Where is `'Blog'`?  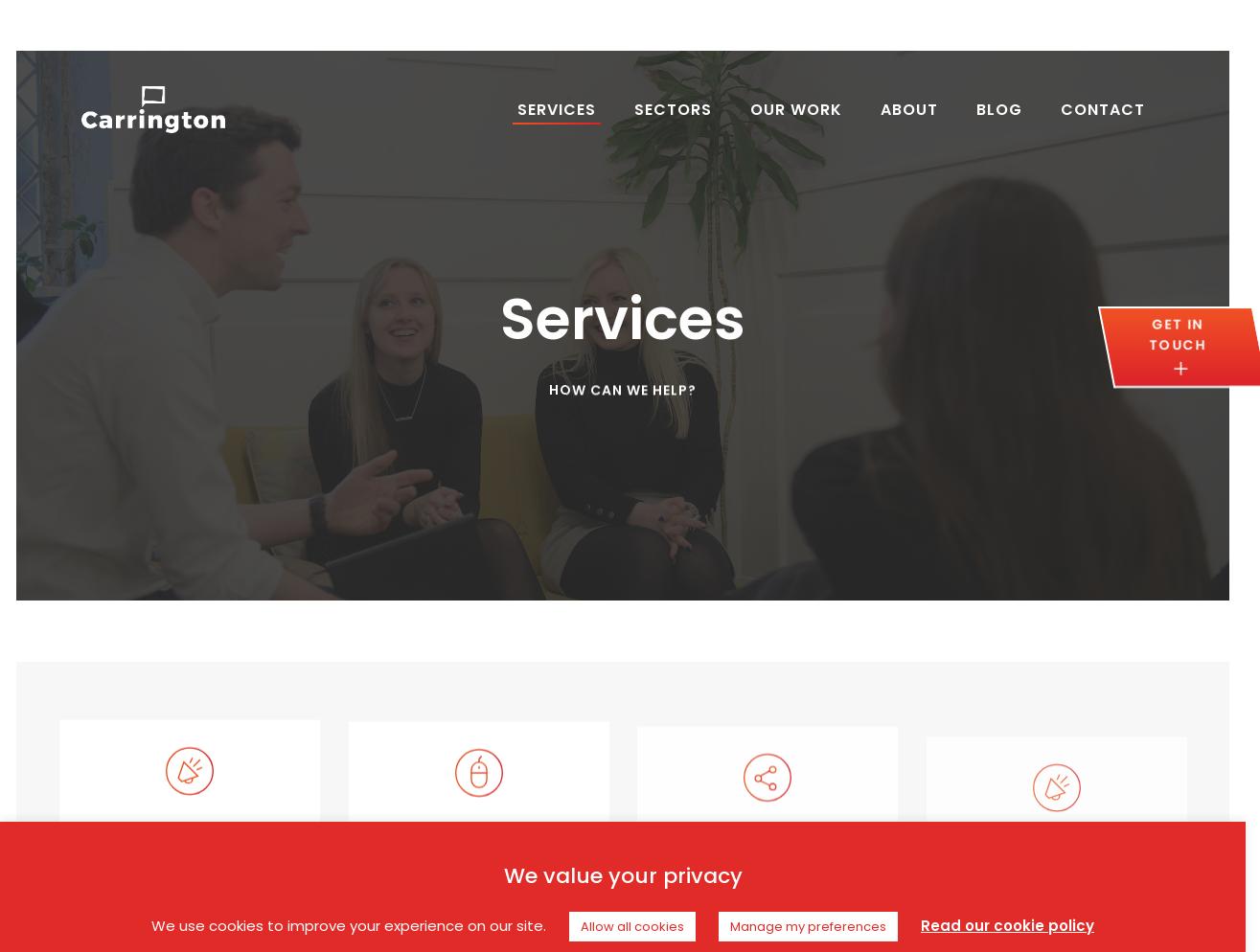 'Blog' is located at coordinates (998, 108).